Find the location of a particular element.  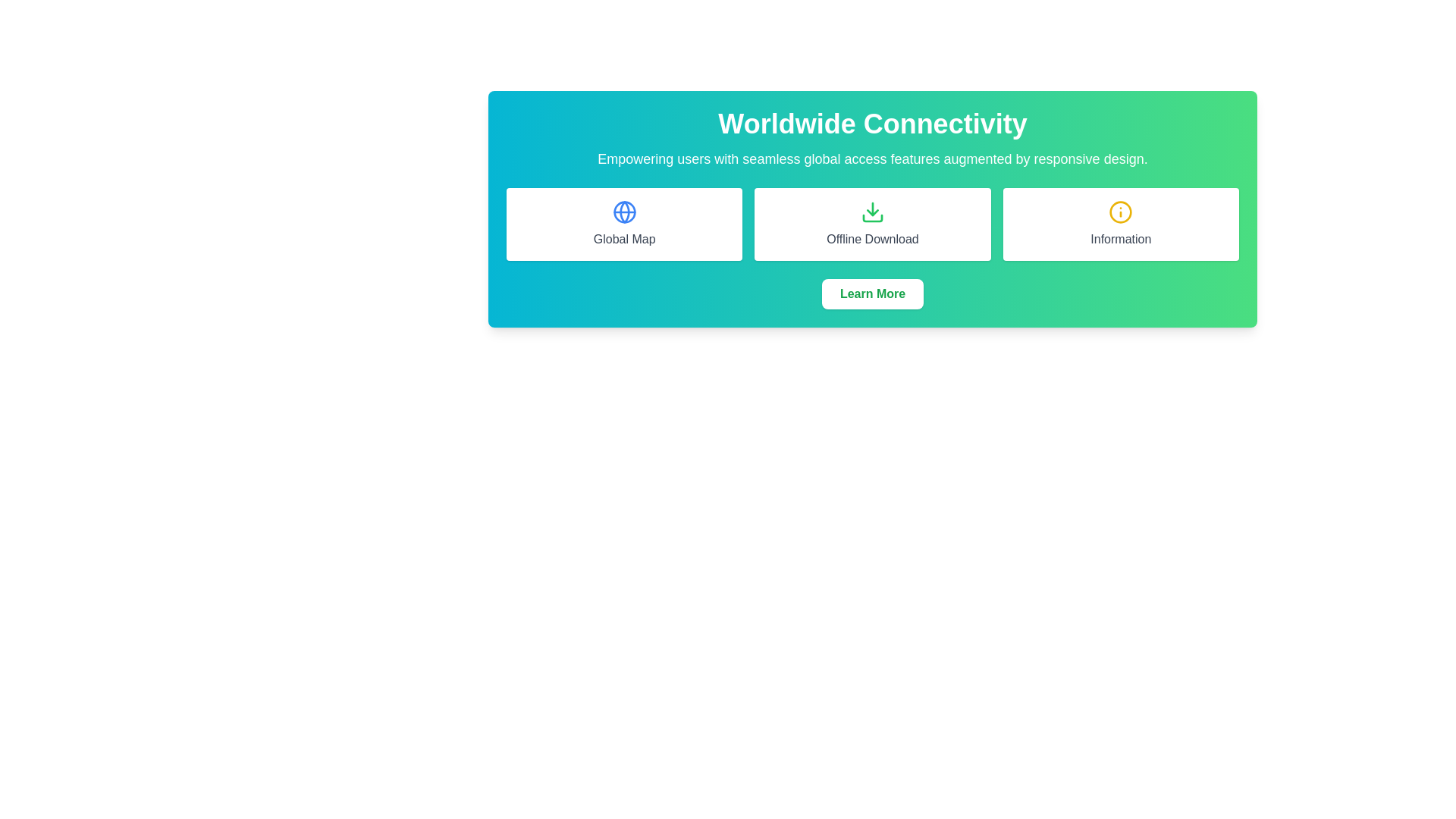

the circular SVG graphic element that enhances the visual clarity of the 'Information' option, located at the far-right of three selectable options in the green-gradient block is located at coordinates (1121, 212).